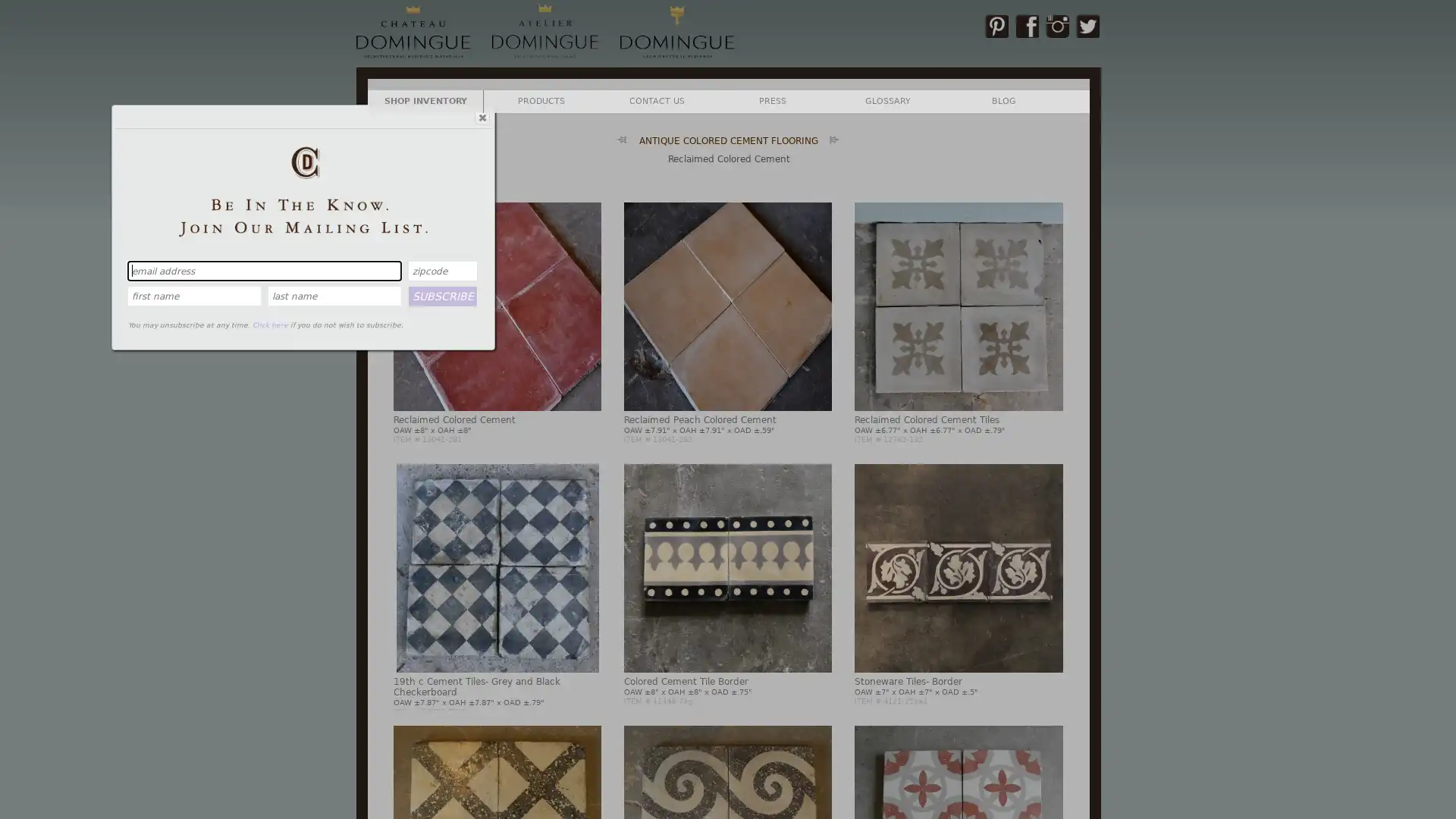 The height and width of the screenshot is (819, 1456). What do you see at coordinates (480, 116) in the screenshot?
I see `Close` at bounding box center [480, 116].